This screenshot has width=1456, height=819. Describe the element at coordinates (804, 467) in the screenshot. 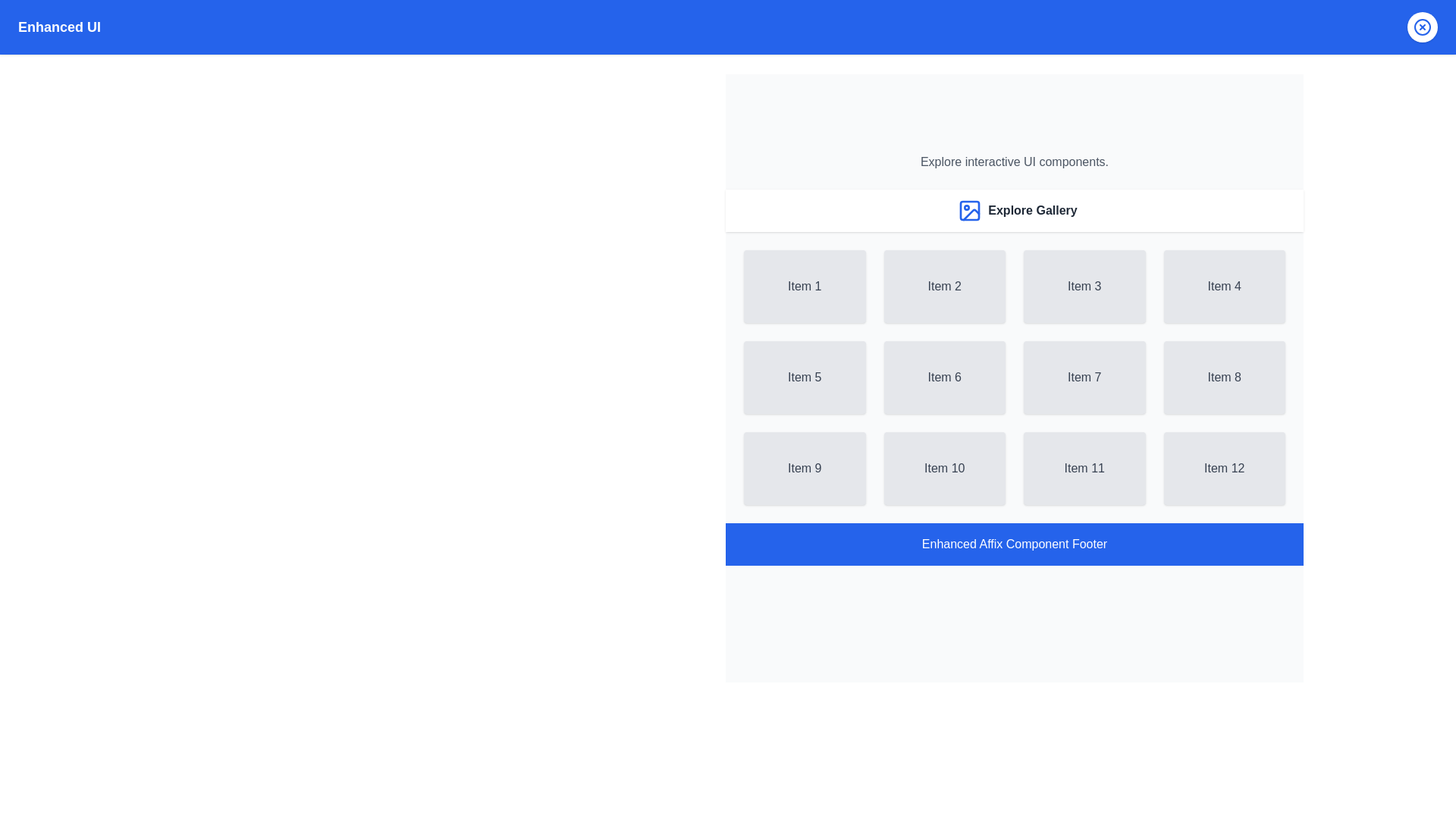

I see `the gray rectangular box with rounded corners containing the text 'Item 9', which is located in the third row and first column of a 4x3 grid layout` at that location.